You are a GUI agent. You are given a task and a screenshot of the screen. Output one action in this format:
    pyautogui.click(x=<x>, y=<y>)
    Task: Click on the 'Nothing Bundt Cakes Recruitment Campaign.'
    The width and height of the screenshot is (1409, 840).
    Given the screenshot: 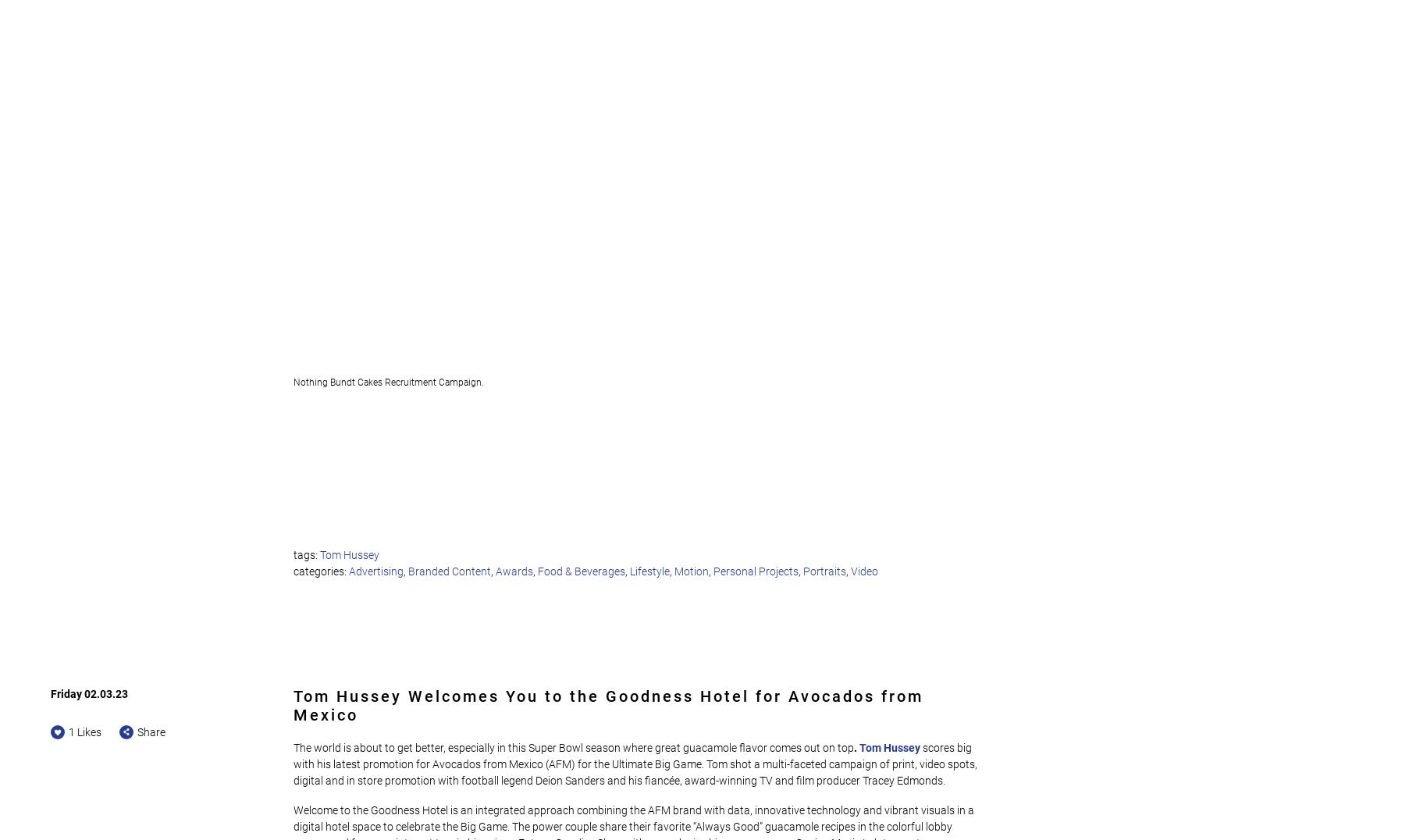 What is the action you would take?
    pyautogui.click(x=293, y=381)
    